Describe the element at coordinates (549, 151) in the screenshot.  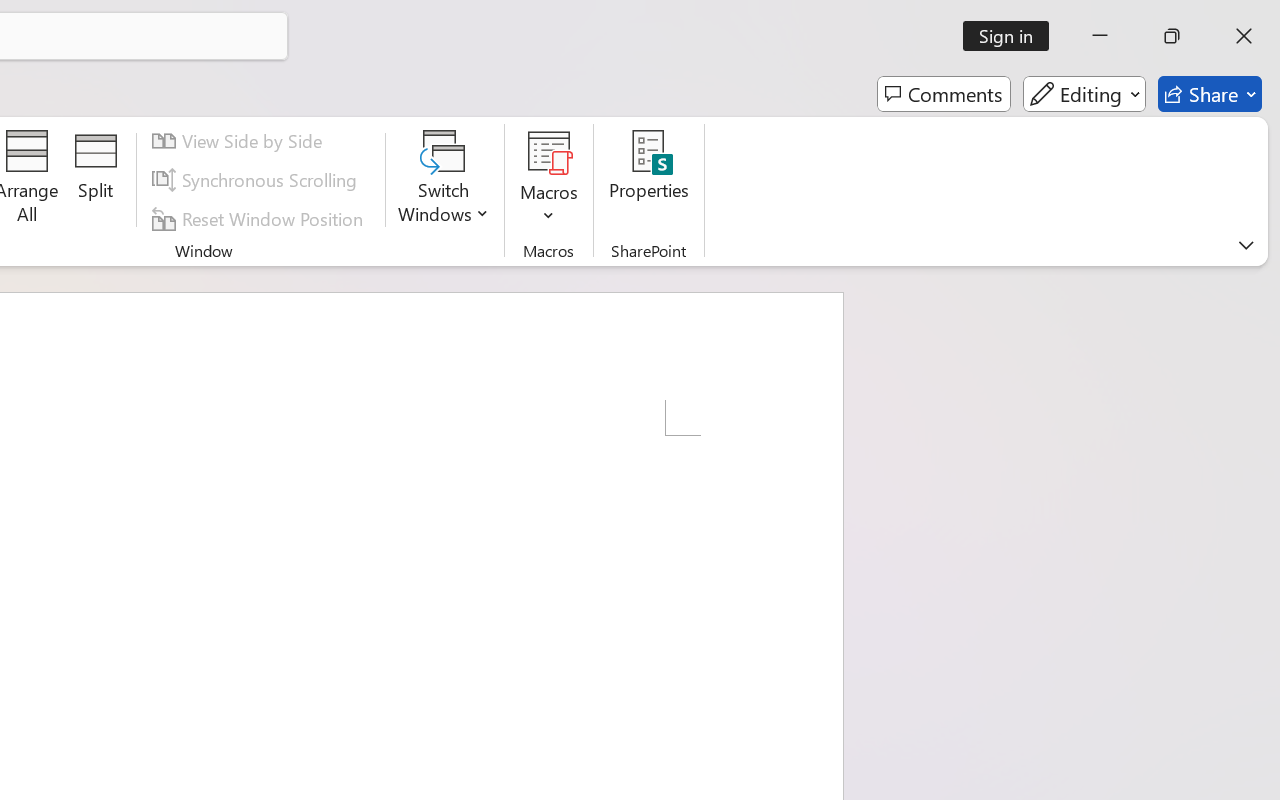
I see `'View Macros'` at that location.